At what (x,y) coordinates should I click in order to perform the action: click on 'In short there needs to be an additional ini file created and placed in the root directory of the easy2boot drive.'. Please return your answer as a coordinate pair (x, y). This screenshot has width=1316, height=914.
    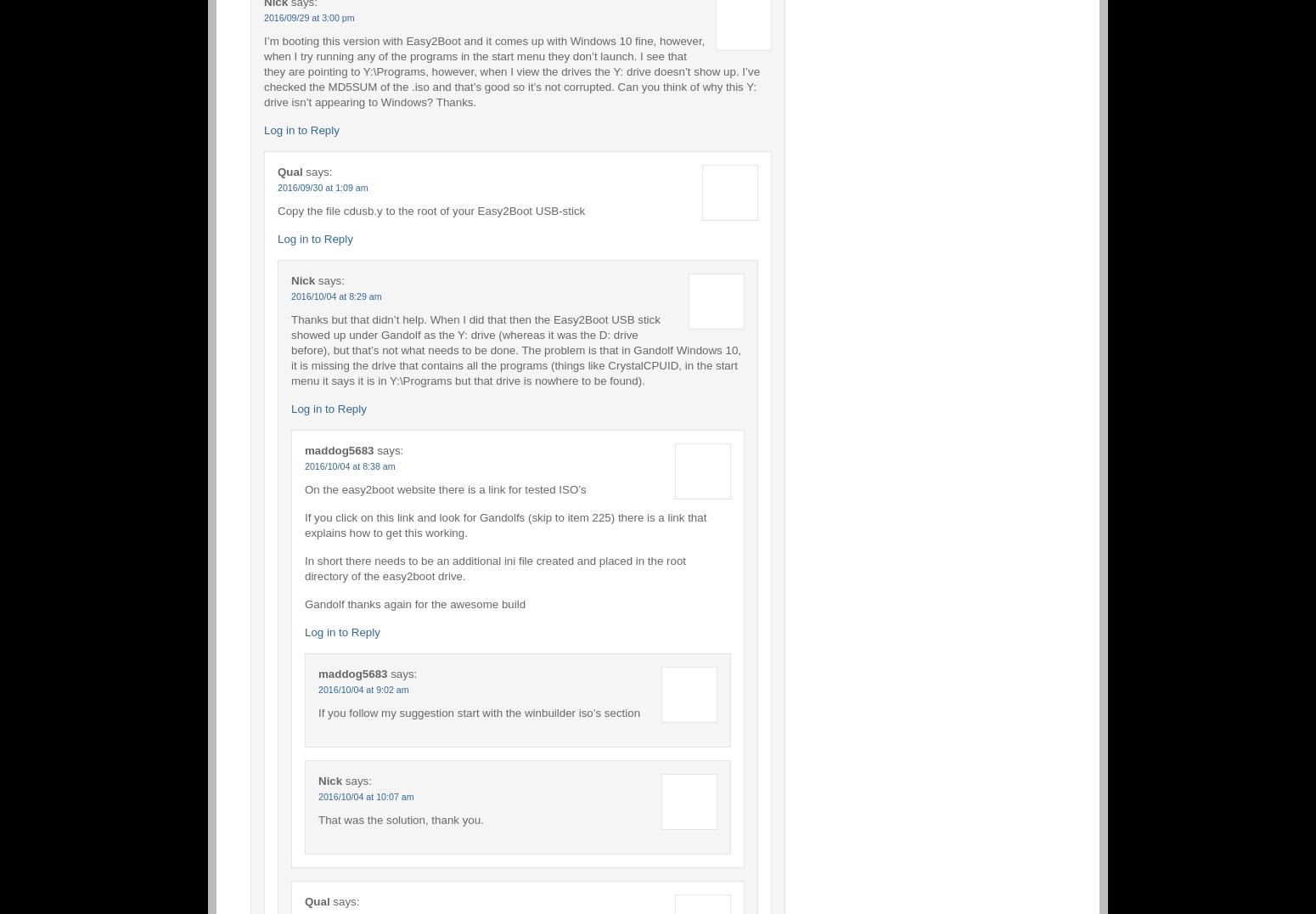
    Looking at the image, I should click on (495, 567).